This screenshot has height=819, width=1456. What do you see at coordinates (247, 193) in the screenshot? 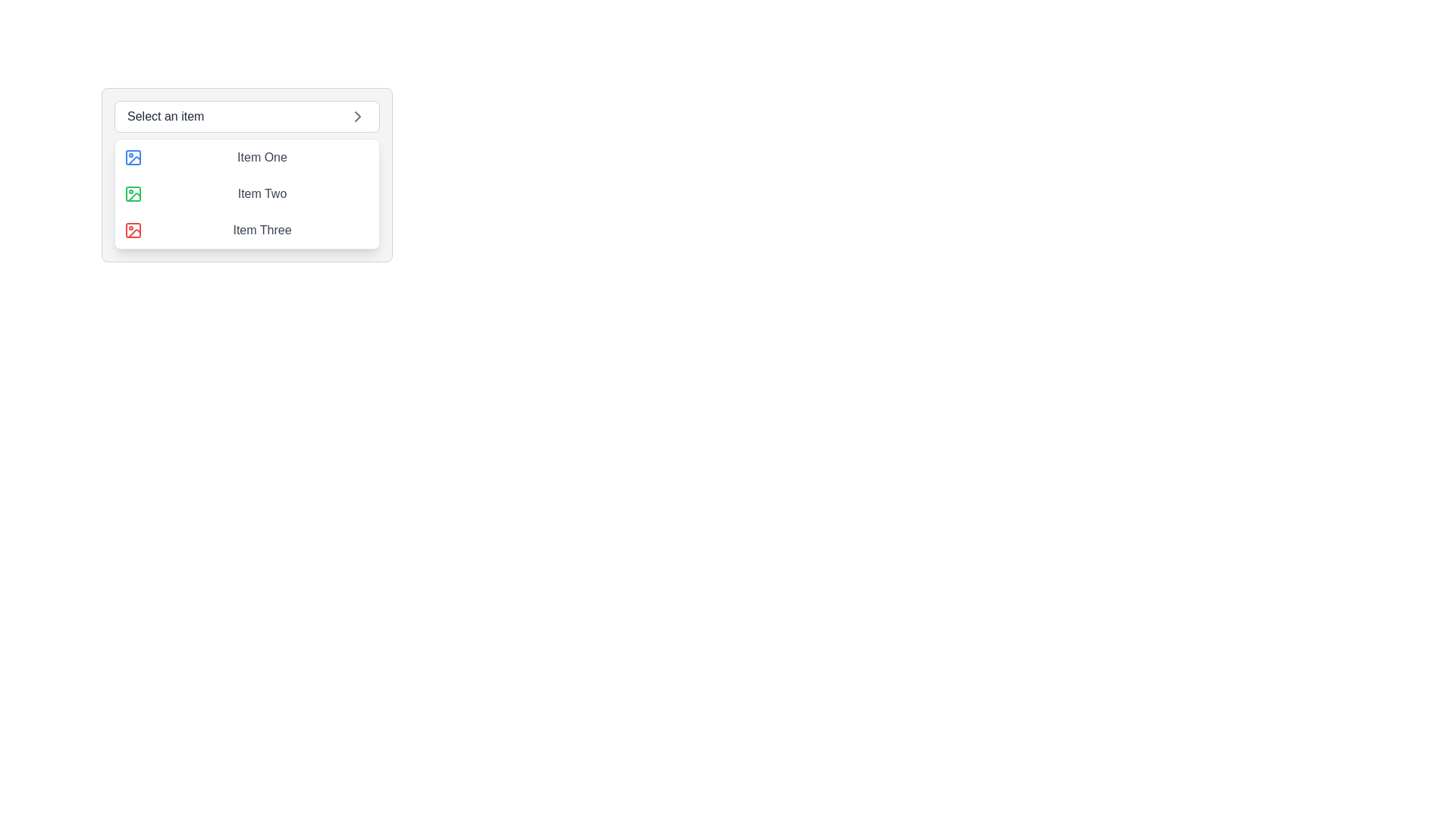
I see `the second item in the dropdown menu list, located between 'Item One' and 'Item Three'` at bounding box center [247, 193].